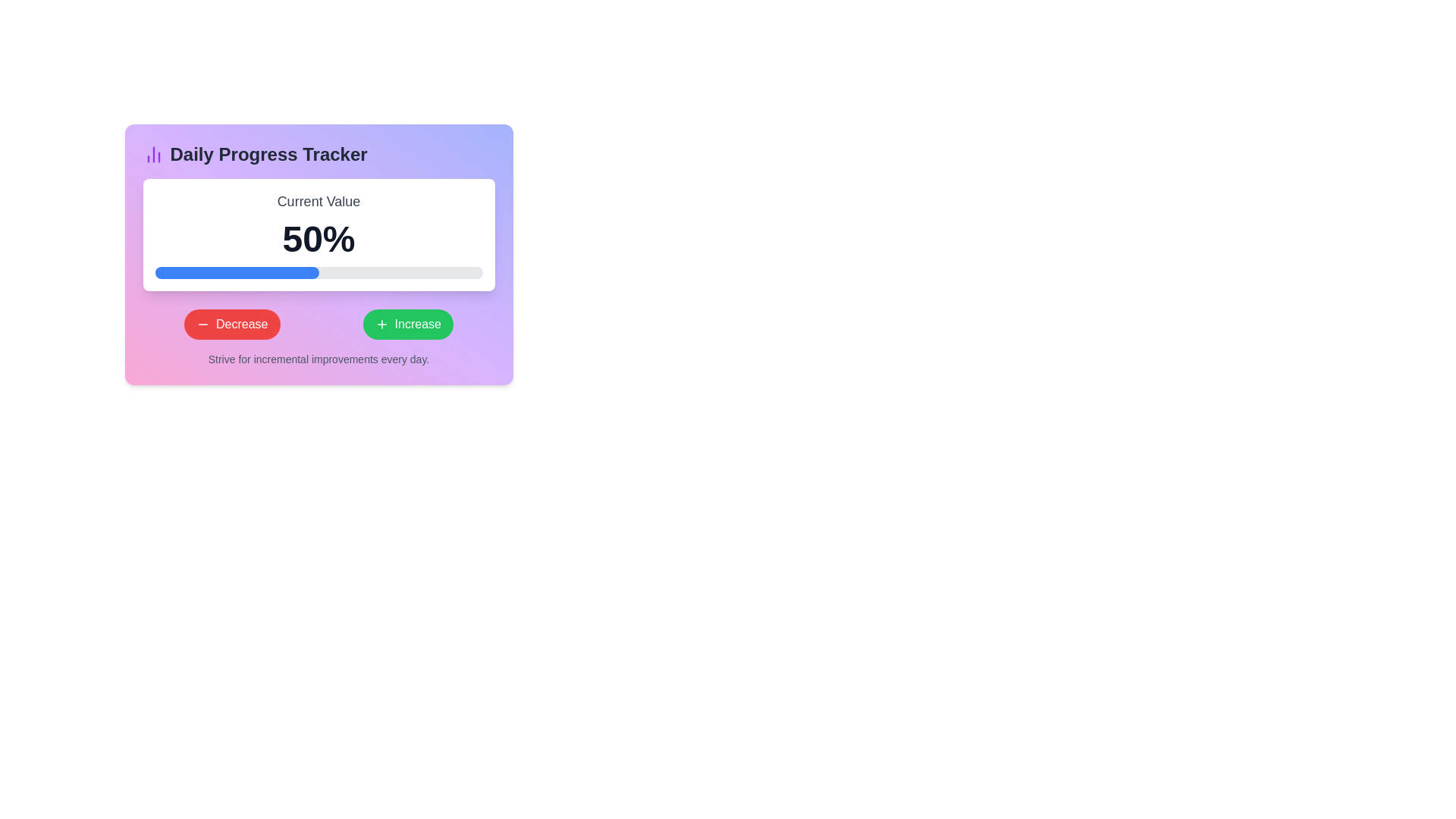 The width and height of the screenshot is (1456, 819). I want to click on text labeled 'Decrease' which is located to the right of a minus sign icon on the button that decreases a value, so click(241, 324).